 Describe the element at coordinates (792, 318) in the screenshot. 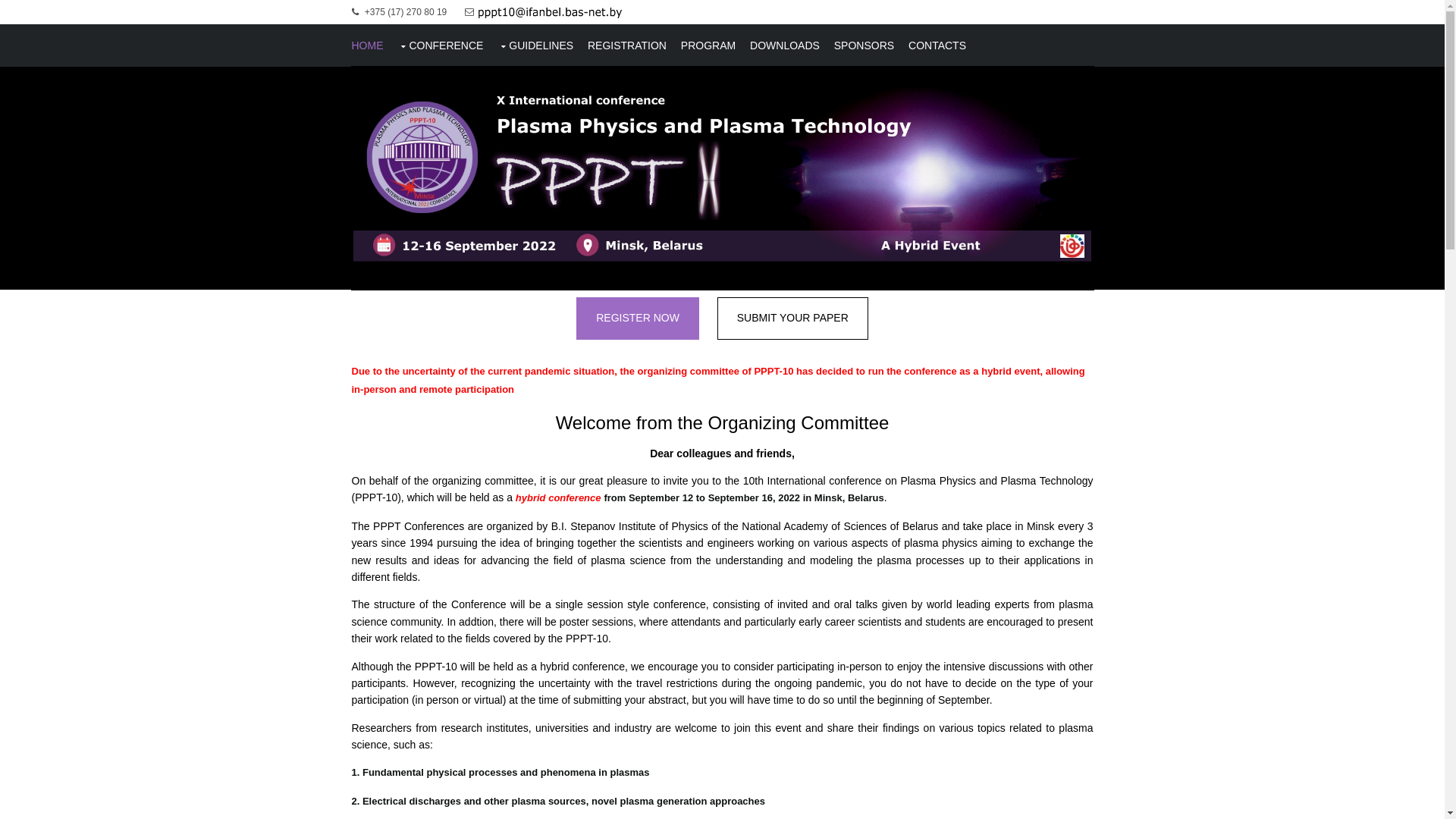

I see `'SUBMIT YOUR PAPER'` at that location.